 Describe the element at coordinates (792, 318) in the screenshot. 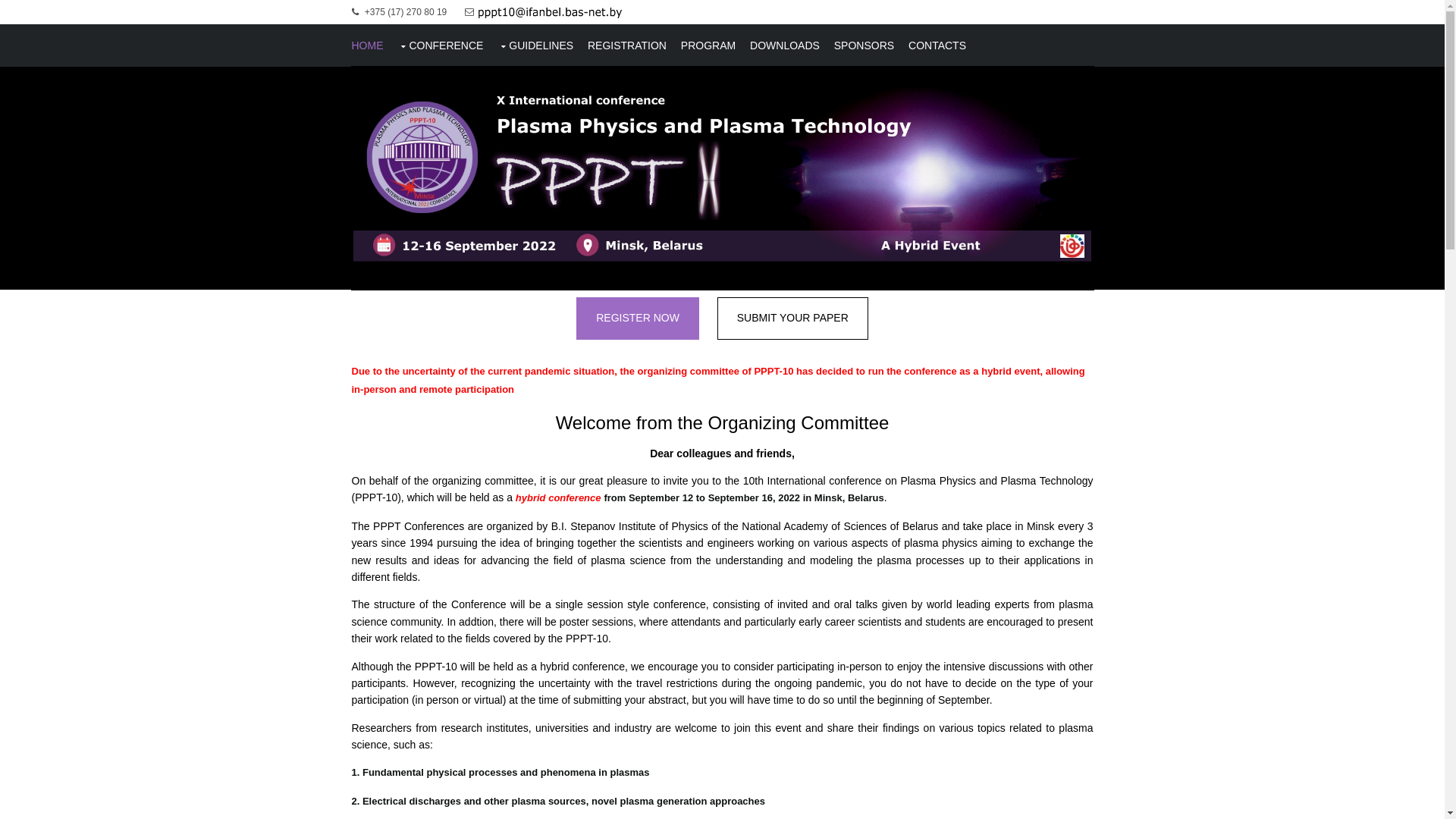

I see `'SUBMIT YOUR PAPER'` at that location.